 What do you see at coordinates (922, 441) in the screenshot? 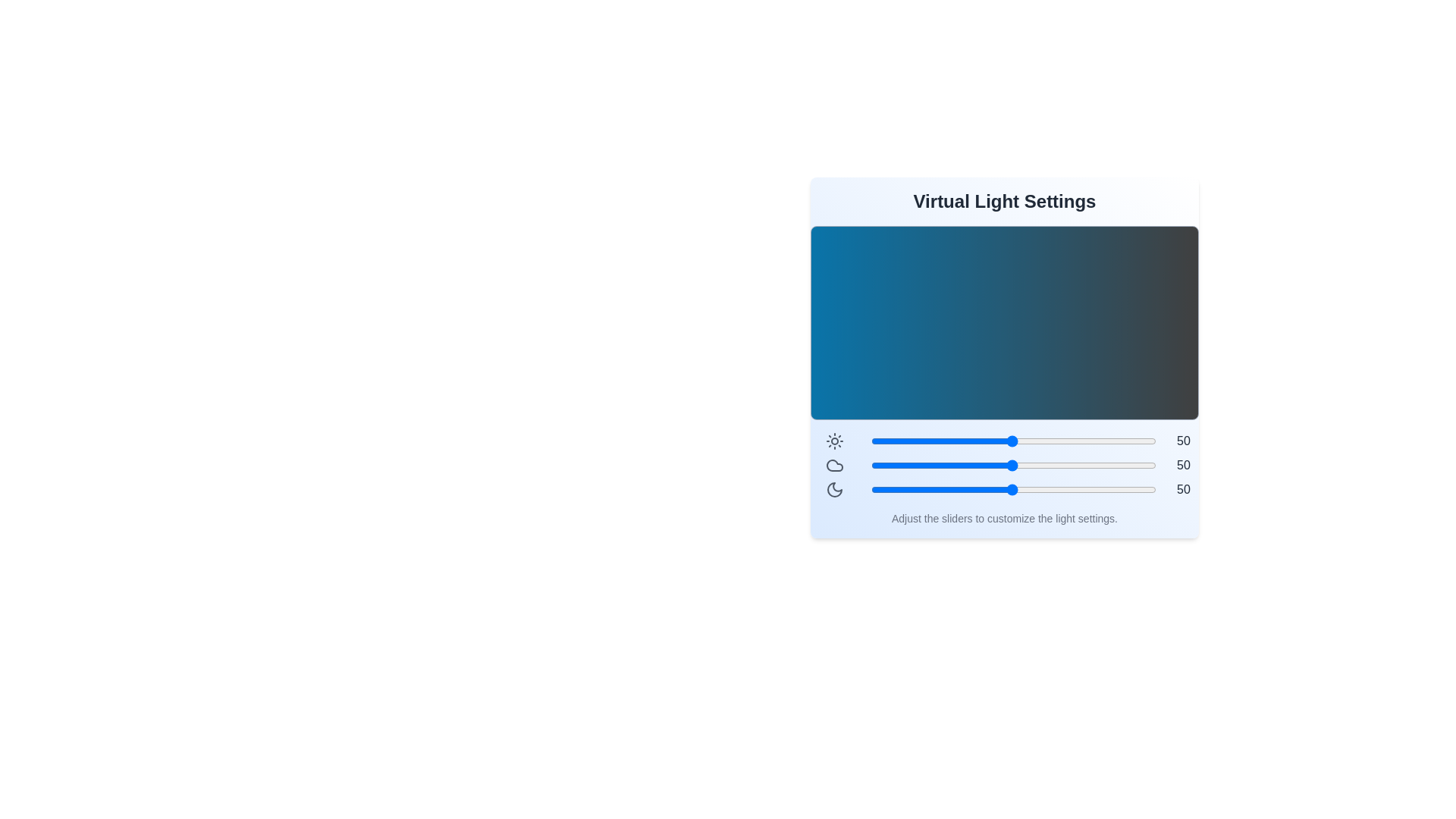
I see `the contrast slider to 19%` at bounding box center [922, 441].